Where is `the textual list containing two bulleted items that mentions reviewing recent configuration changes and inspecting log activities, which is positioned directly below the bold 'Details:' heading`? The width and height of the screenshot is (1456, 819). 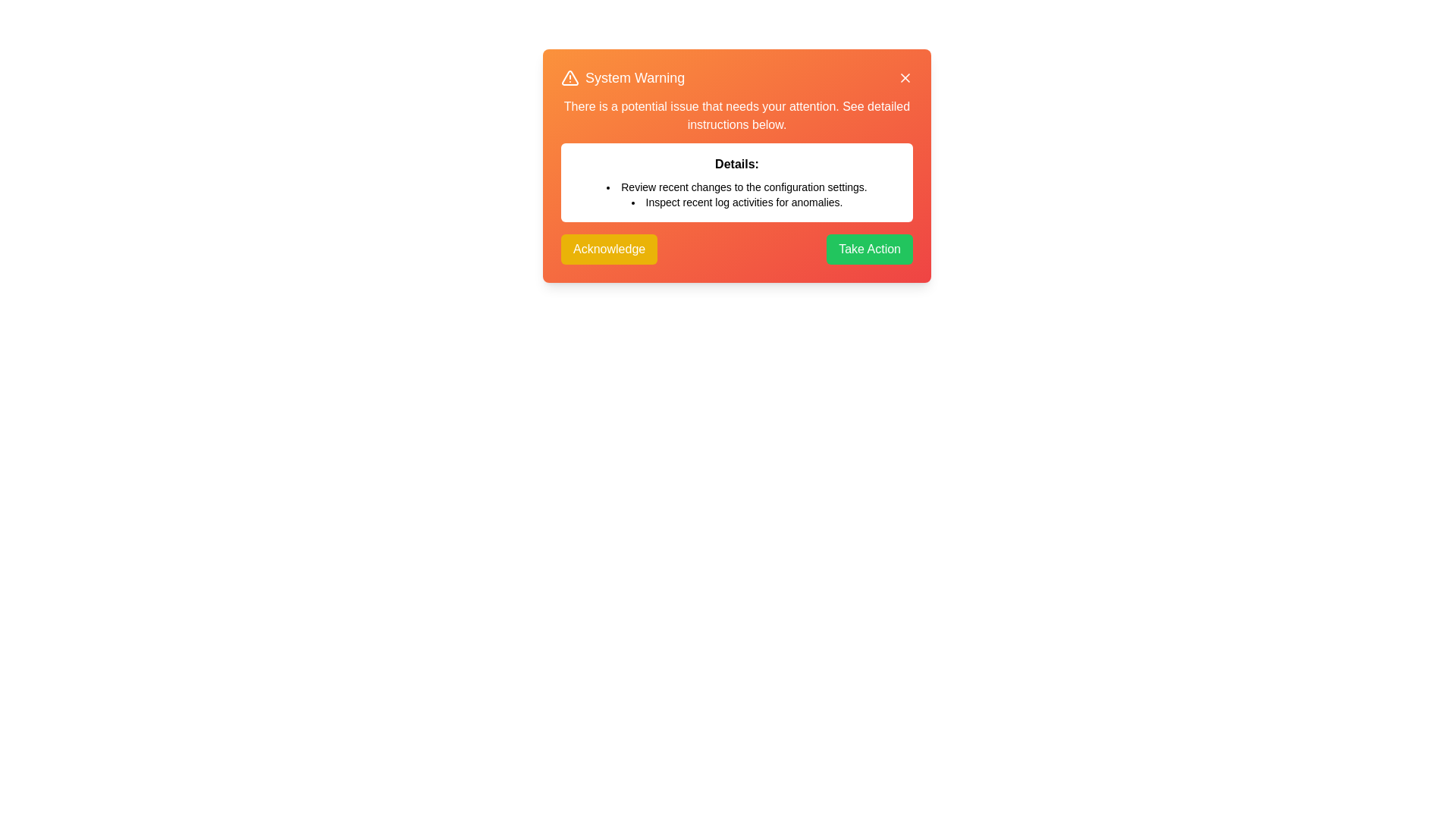 the textual list containing two bulleted items that mentions reviewing recent configuration changes and inspecting log activities, which is positioned directly below the bold 'Details:' heading is located at coordinates (736, 194).